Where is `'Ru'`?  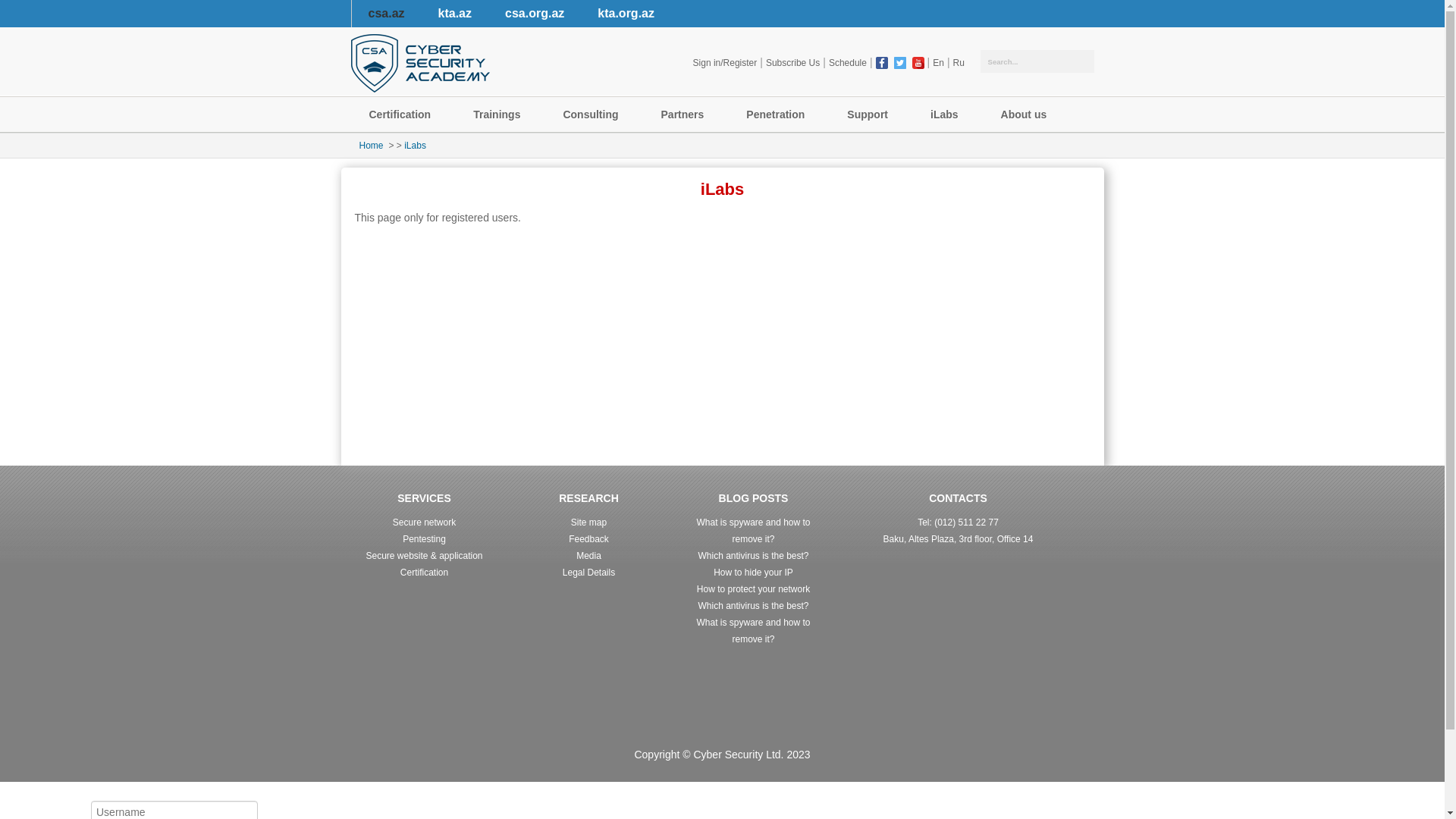
'Ru' is located at coordinates (958, 62).